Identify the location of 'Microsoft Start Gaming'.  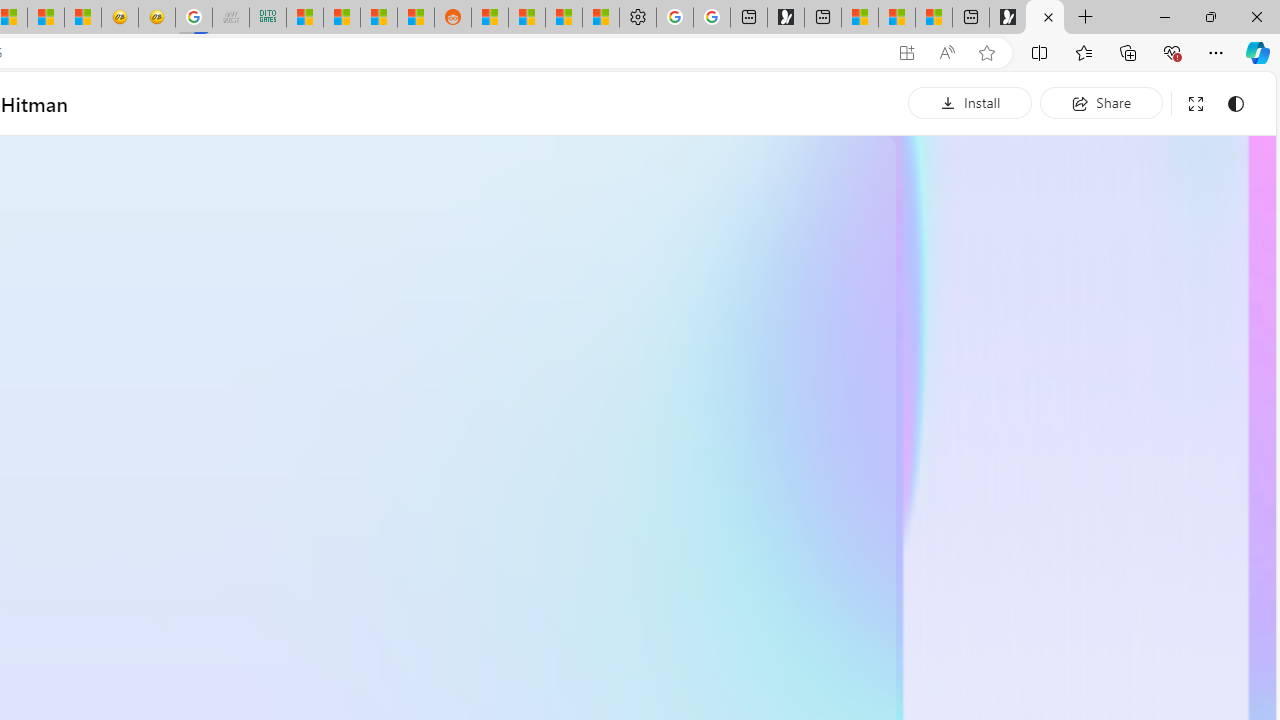
(784, 17).